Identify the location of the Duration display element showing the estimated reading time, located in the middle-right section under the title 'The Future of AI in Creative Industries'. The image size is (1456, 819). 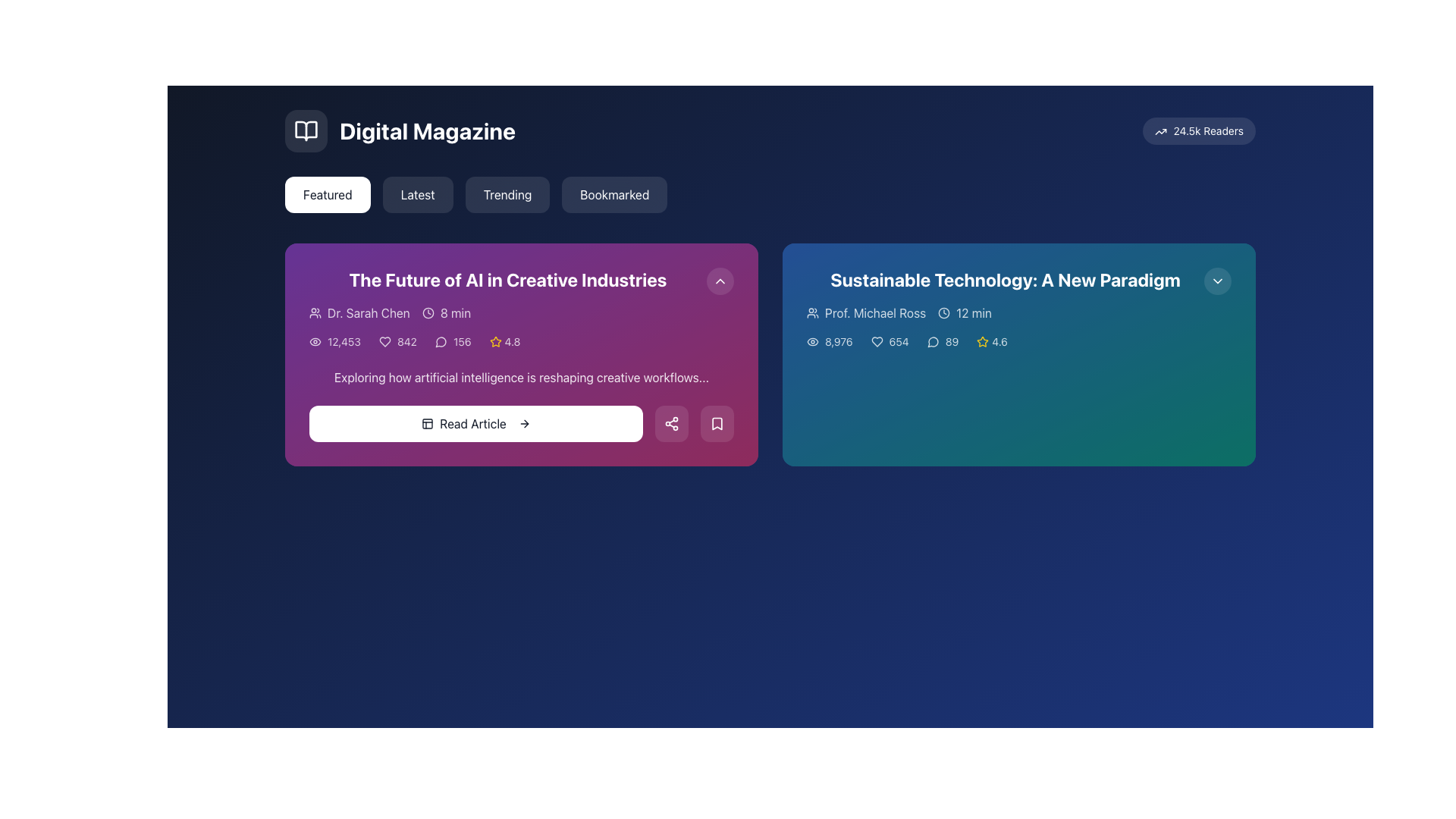
(446, 312).